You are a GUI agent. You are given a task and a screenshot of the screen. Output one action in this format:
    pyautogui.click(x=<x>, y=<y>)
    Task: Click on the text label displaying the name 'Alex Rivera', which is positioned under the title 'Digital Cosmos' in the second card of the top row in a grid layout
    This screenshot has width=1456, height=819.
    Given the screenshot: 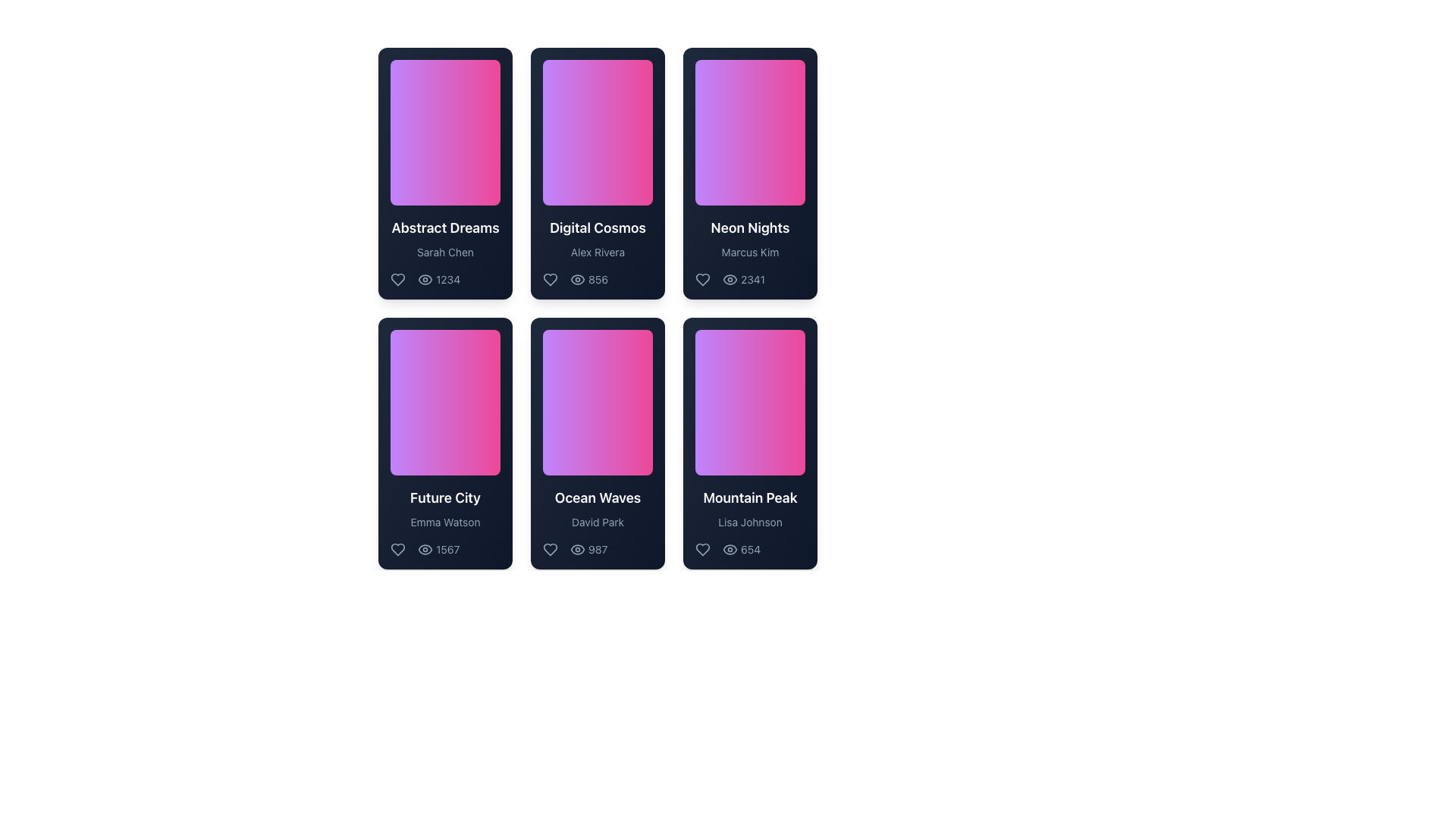 What is the action you would take?
    pyautogui.click(x=597, y=251)
    